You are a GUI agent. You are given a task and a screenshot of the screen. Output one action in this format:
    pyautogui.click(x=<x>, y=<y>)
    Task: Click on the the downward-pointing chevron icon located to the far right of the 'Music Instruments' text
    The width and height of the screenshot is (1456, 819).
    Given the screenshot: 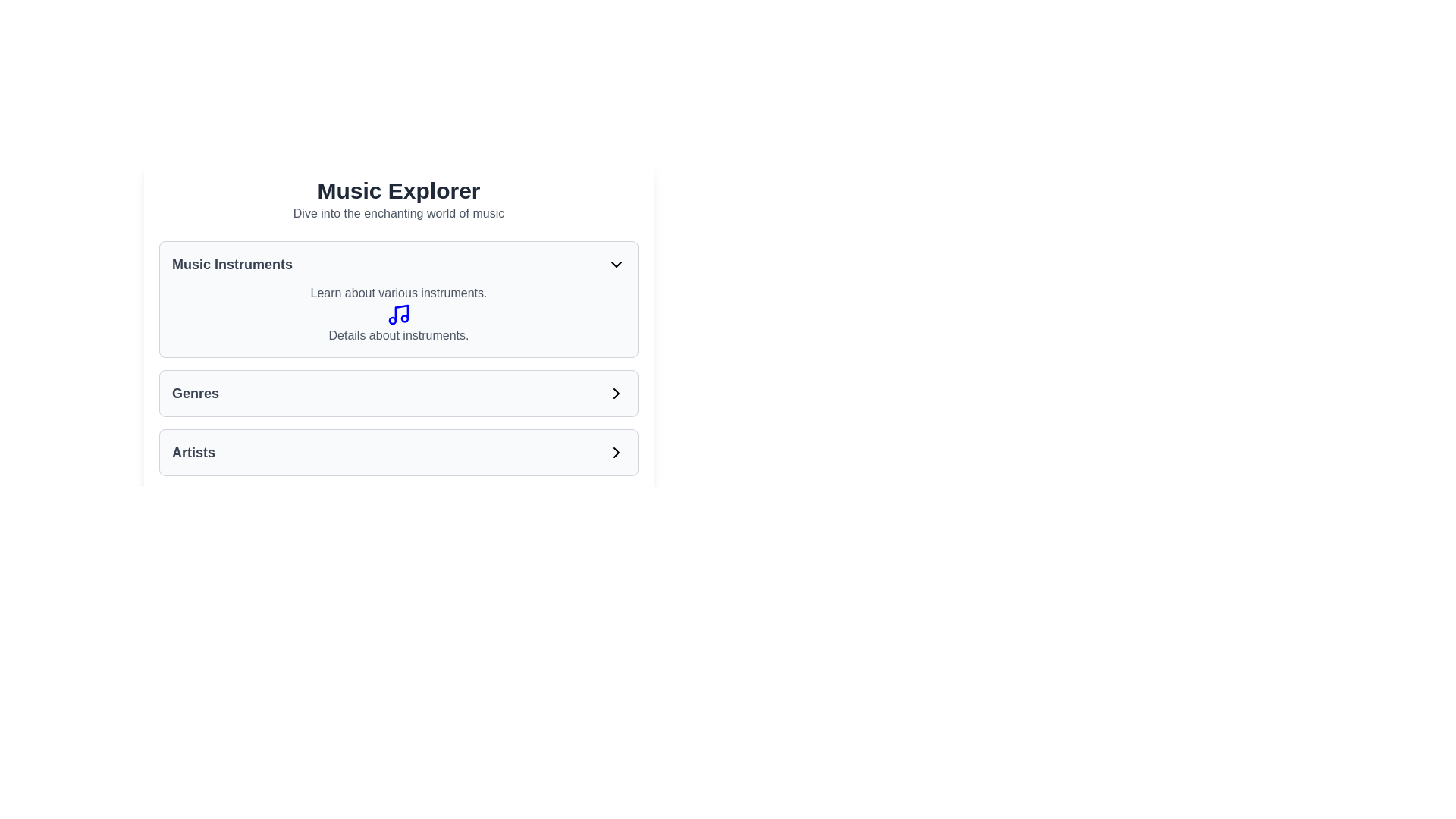 What is the action you would take?
    pyautogui.click(x=616, y=263)
    